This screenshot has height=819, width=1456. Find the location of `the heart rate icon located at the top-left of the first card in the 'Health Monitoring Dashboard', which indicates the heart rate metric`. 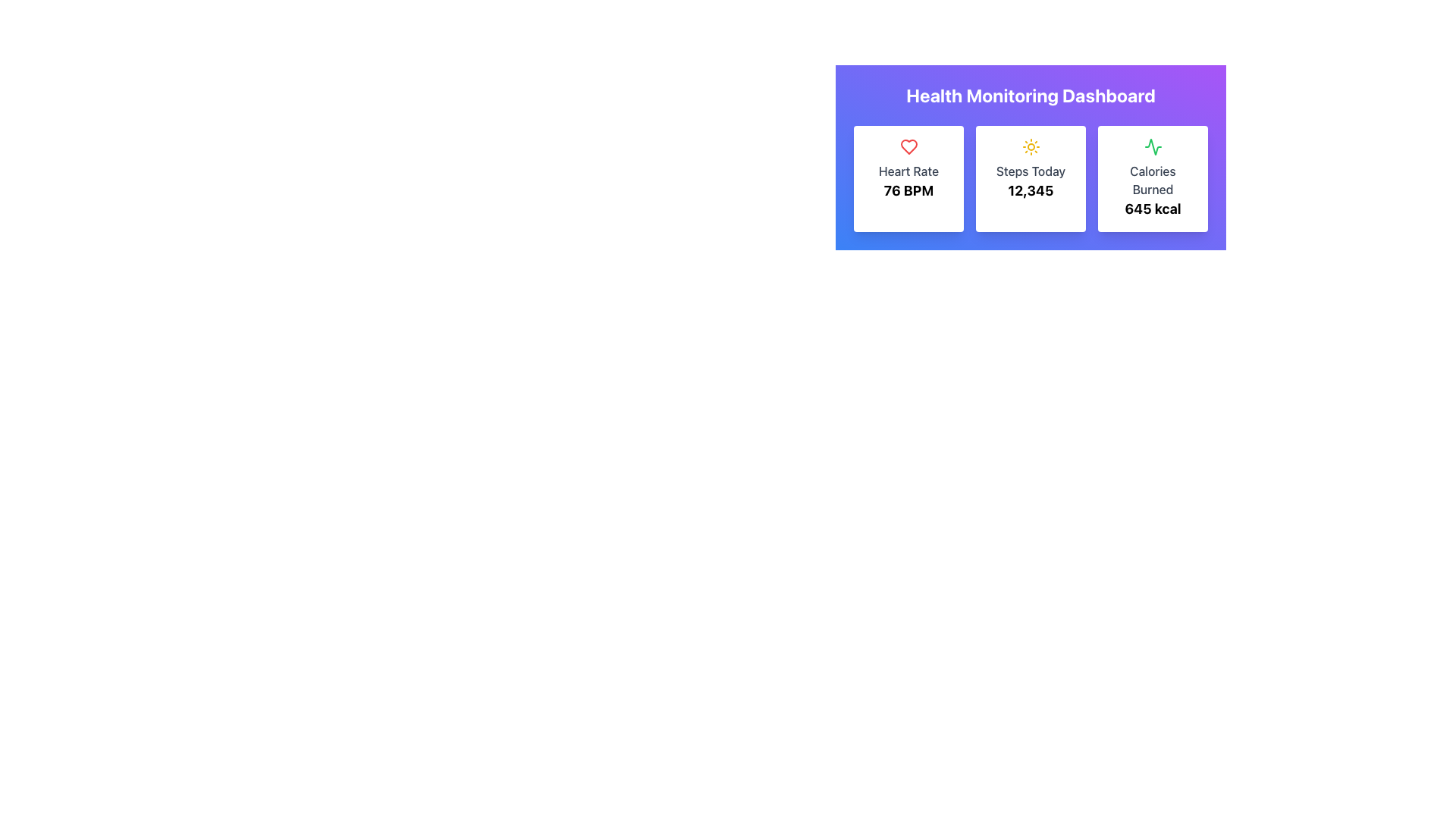

the heart rate icon located at the top-left of the first card in the 'Health Monitoring Dashboard', which indicates the heart rate metric is located at coordinates (908, 146).